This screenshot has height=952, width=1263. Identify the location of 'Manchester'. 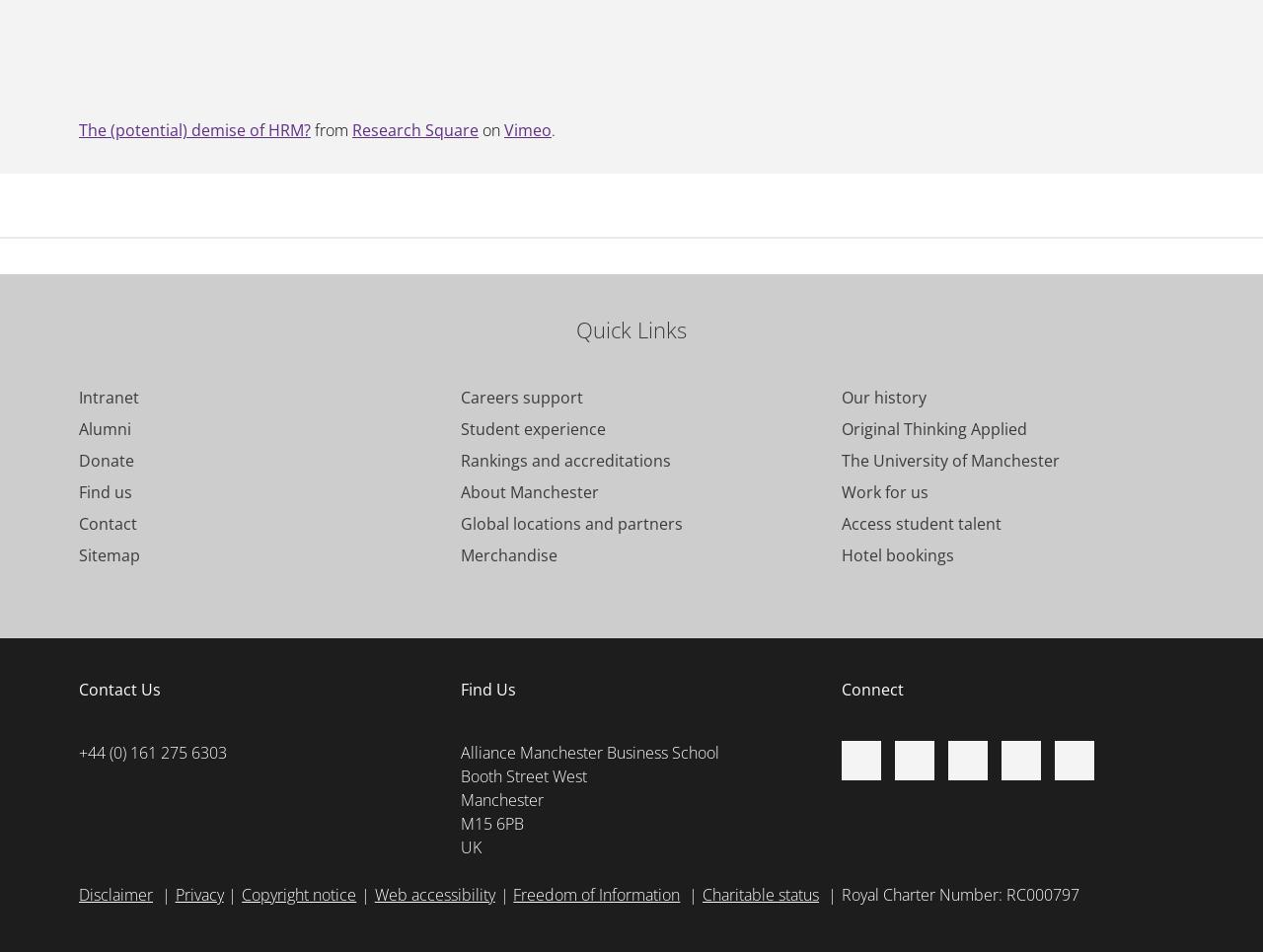
(501, 799).